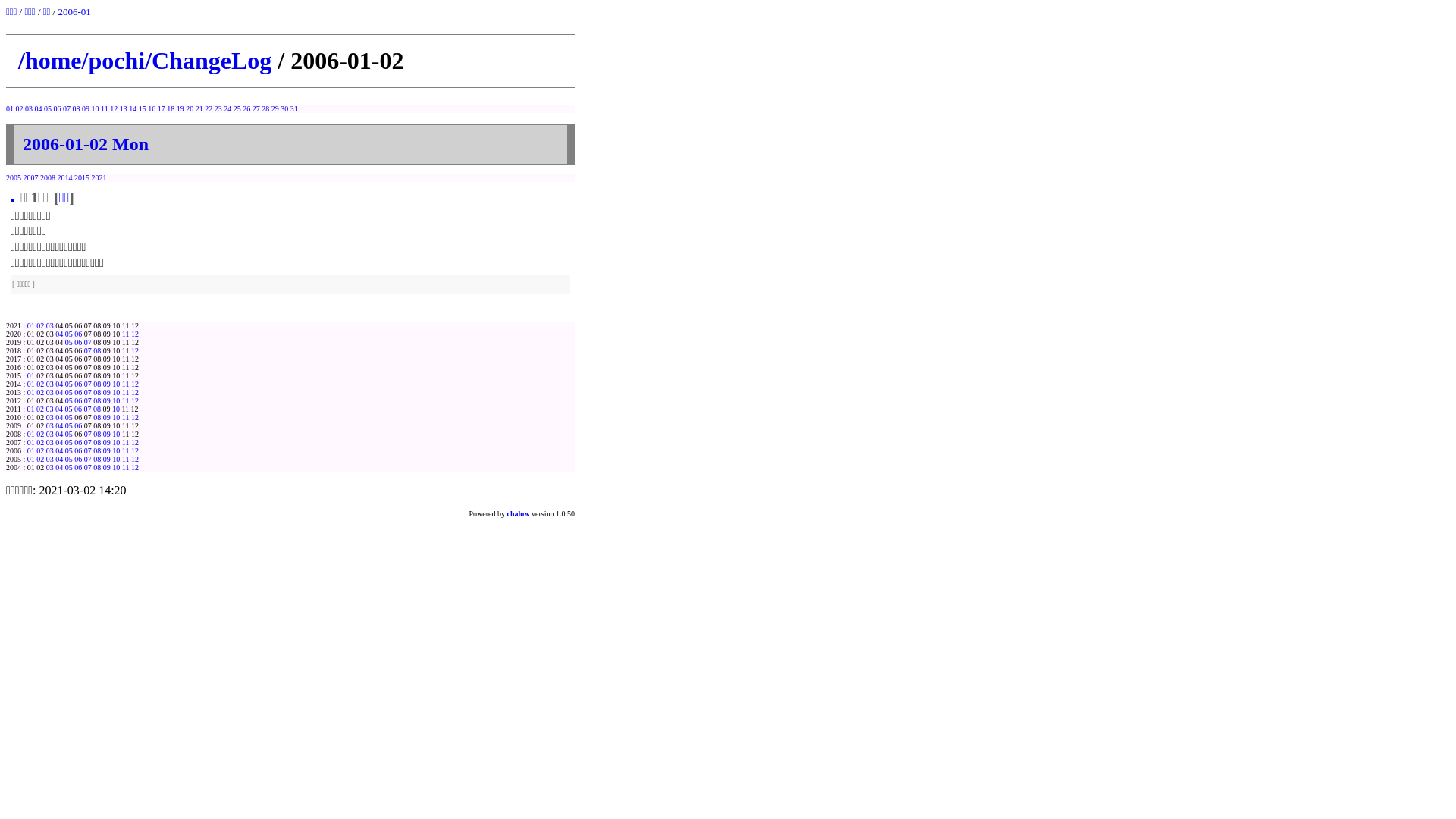  What do you see at coordinates (115, 434) in the screenshot?
I see `'10'` at bounding box center [115, 434].